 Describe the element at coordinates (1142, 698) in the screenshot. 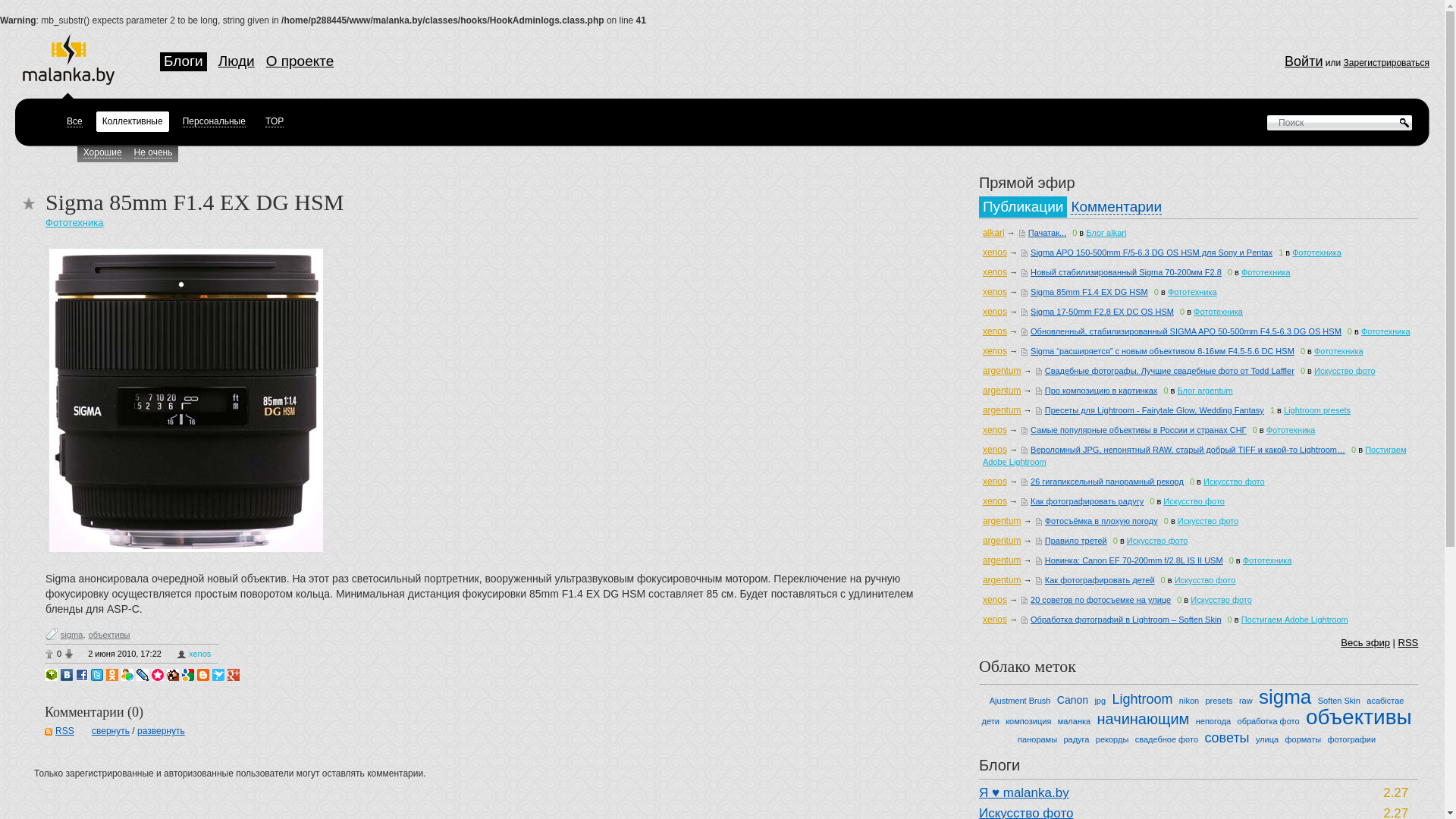

I see `'Lightroom'` at that location.